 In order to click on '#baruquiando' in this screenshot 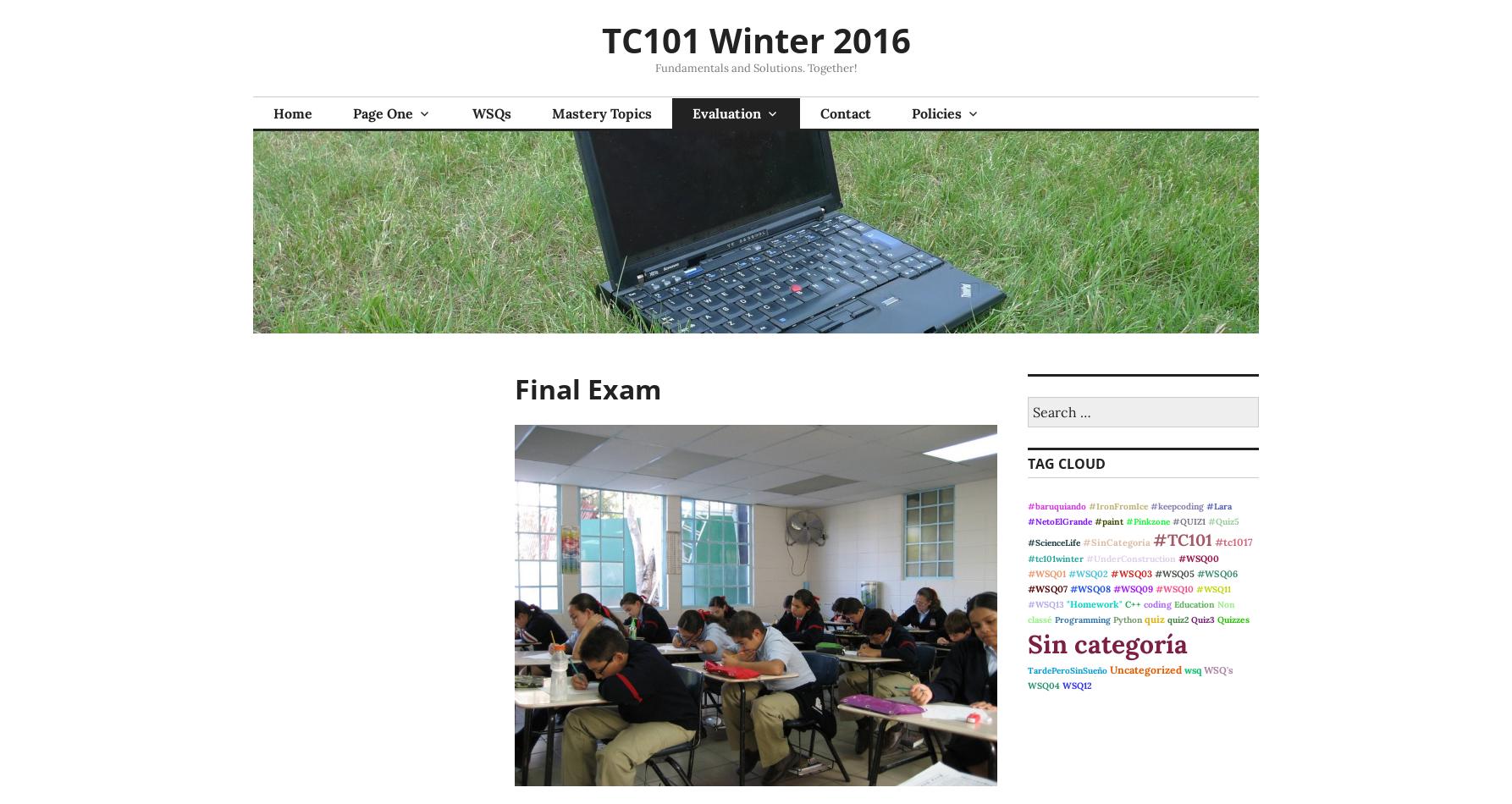, I will do `click(1057, 506)`.